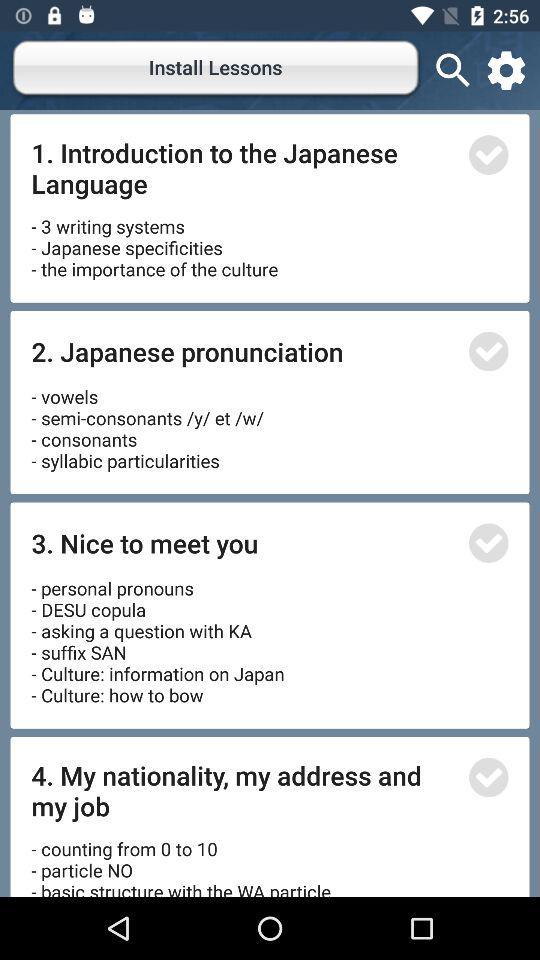 This screenshot has height=960, width=540. What do you see at coordinates (149, 422) in the screenshot?
I see `icon above the 3 nice to icon` at bounding box center [149, 422].